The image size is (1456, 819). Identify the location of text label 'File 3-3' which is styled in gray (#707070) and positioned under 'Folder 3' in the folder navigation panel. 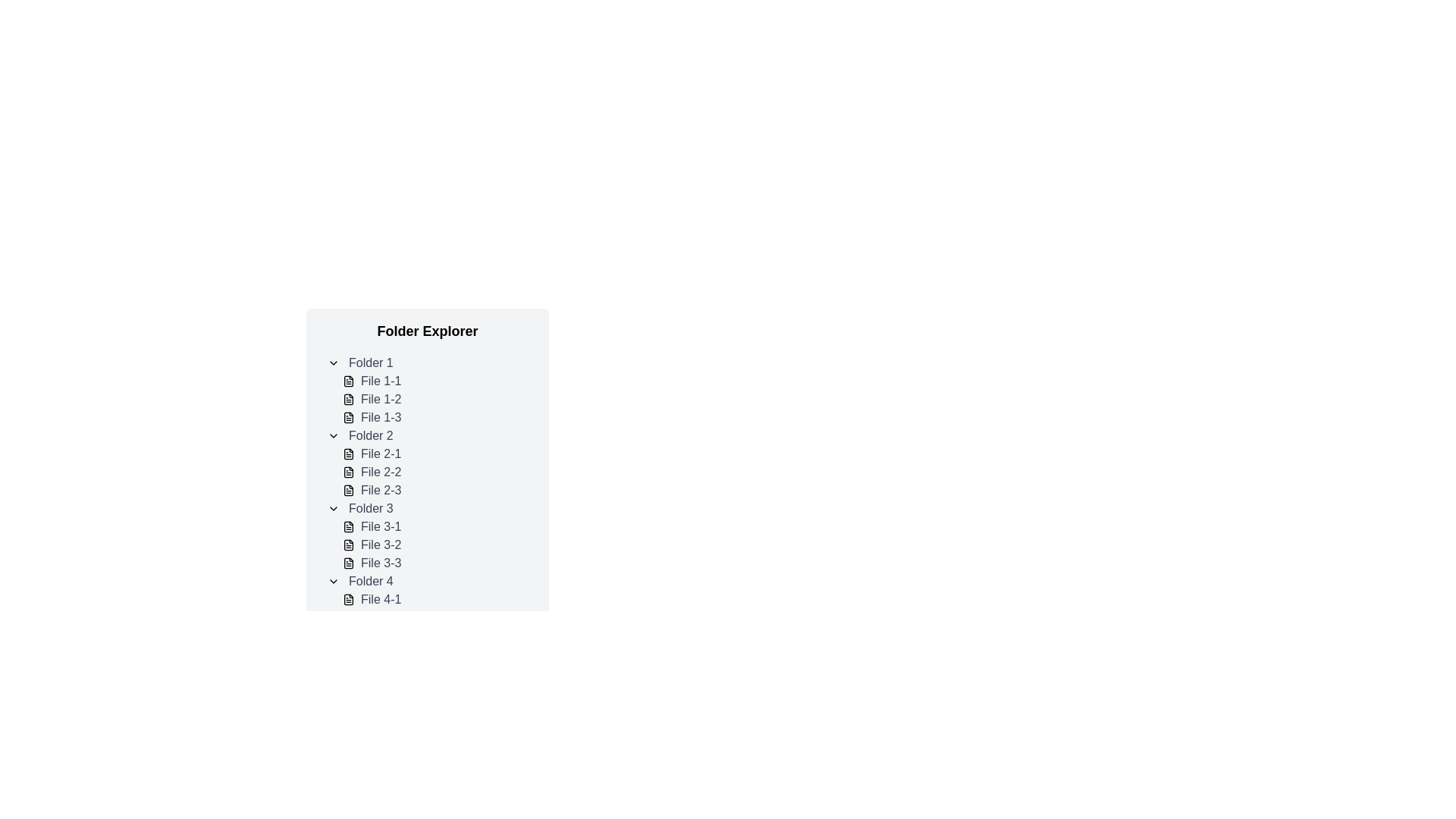
(381, 563).